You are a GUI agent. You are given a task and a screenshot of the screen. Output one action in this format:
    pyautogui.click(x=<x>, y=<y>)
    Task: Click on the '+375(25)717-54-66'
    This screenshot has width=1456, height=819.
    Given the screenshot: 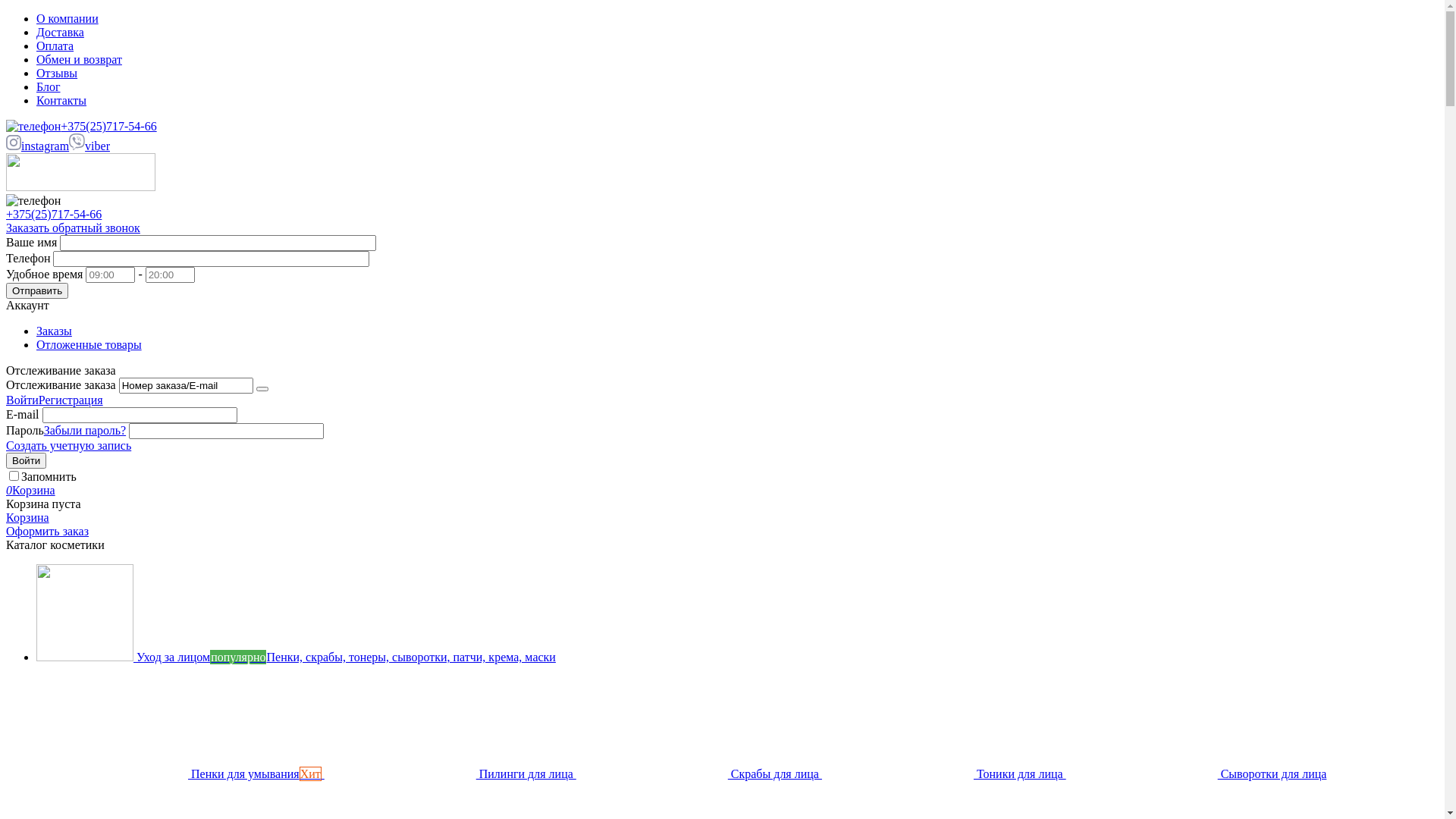 What is the action you would take?
    pyautogui.click(x=6, y=214)
    